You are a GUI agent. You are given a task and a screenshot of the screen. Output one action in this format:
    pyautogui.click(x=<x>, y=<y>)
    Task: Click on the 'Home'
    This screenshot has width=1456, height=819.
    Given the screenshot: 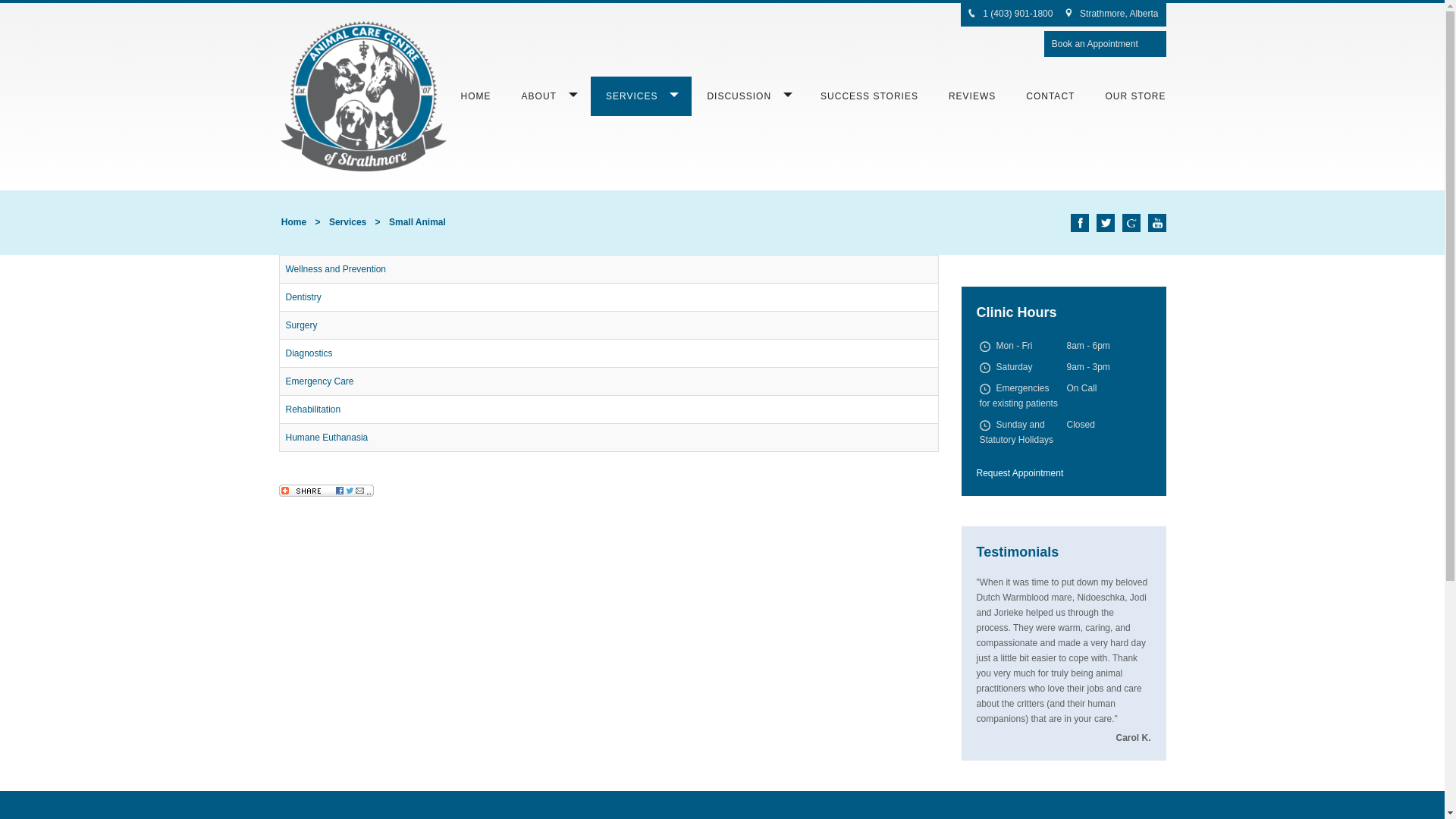 What is the action you would take?
    pyautogui.click(x=293, y=222)
    